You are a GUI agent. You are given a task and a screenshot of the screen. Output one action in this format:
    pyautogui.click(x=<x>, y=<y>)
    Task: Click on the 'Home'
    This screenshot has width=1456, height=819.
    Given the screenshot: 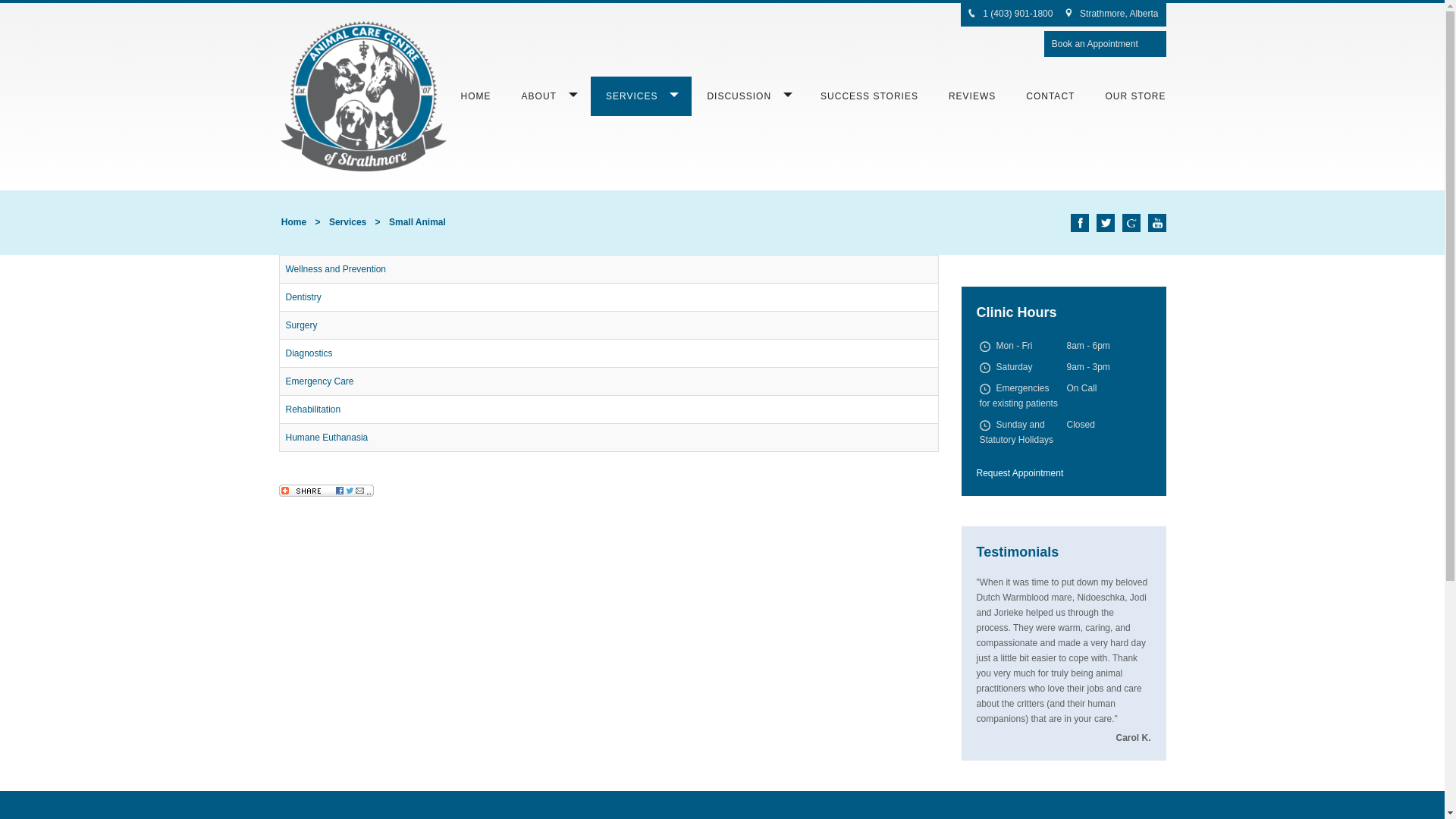 What is the action you would take?
    pyautogui.click(x=293, y=222)
    